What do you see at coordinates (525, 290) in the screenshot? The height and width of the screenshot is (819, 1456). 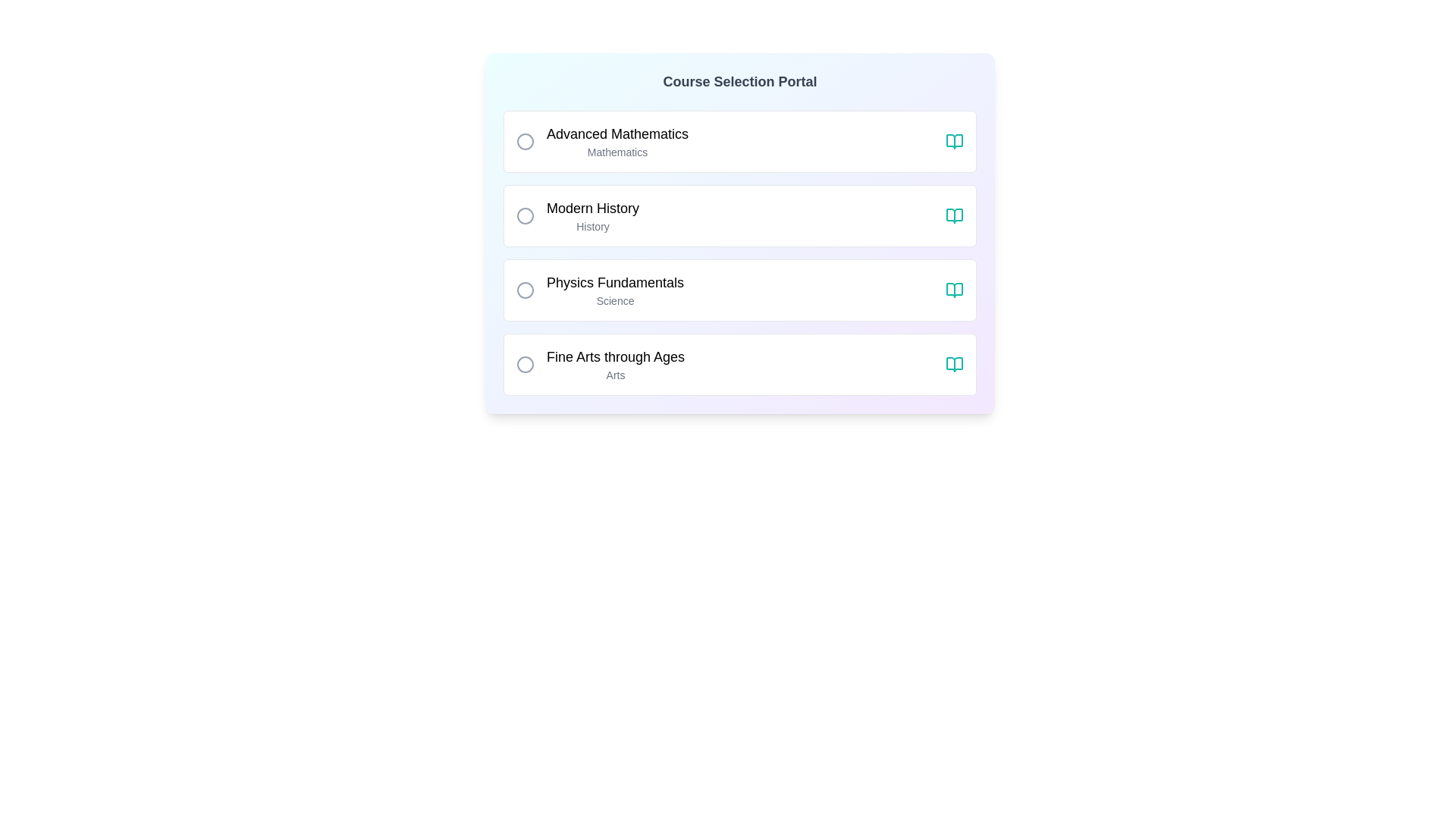 I see `to select the radio button for 'Physics Fundamentals', which is the first option in the list of selectable options` at bounding box center [525, 290].